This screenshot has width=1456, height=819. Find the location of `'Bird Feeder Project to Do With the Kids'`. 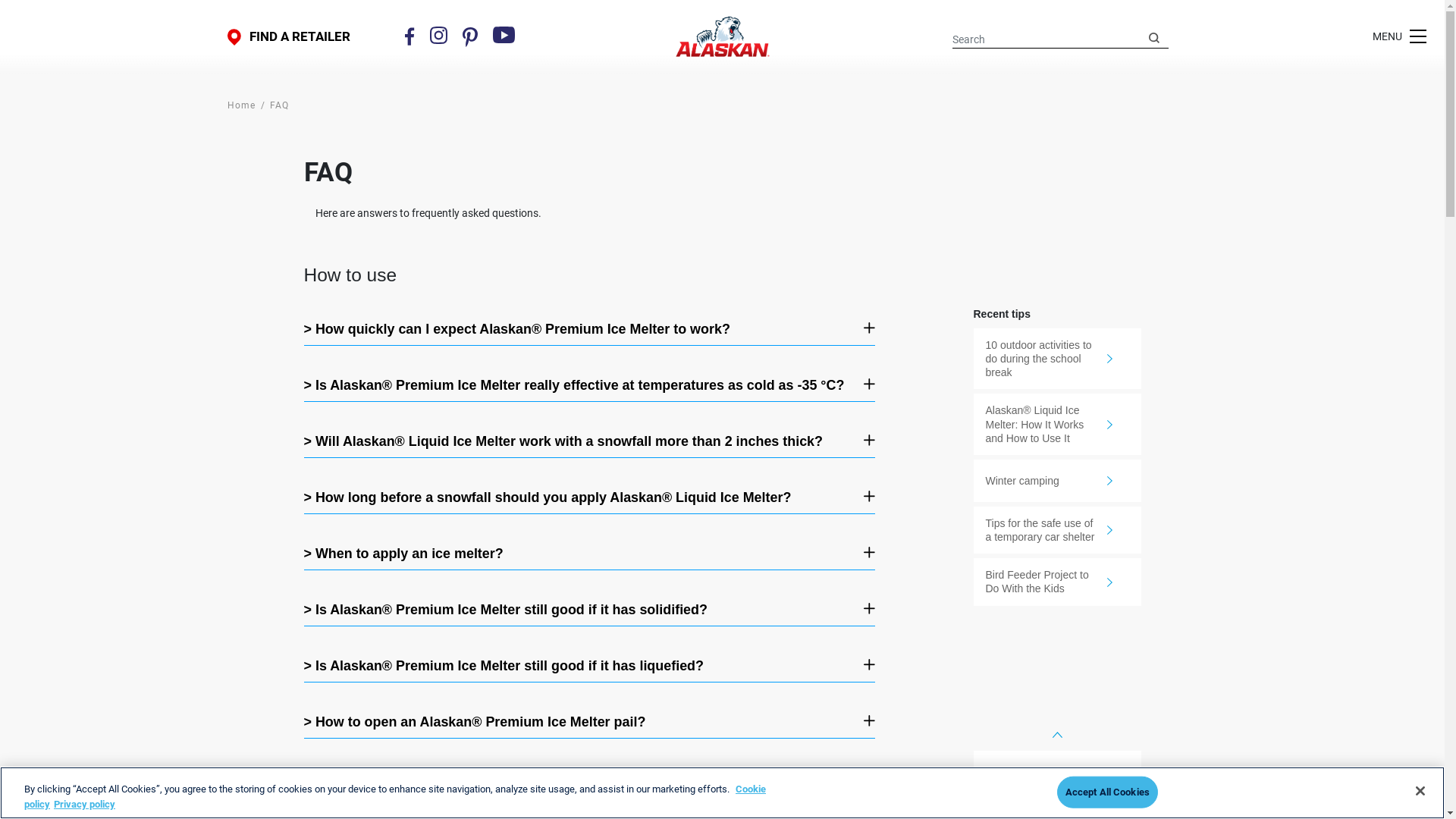

'Bird Feeder Project to Do With the Kids' is located at coordinates (973, 581).